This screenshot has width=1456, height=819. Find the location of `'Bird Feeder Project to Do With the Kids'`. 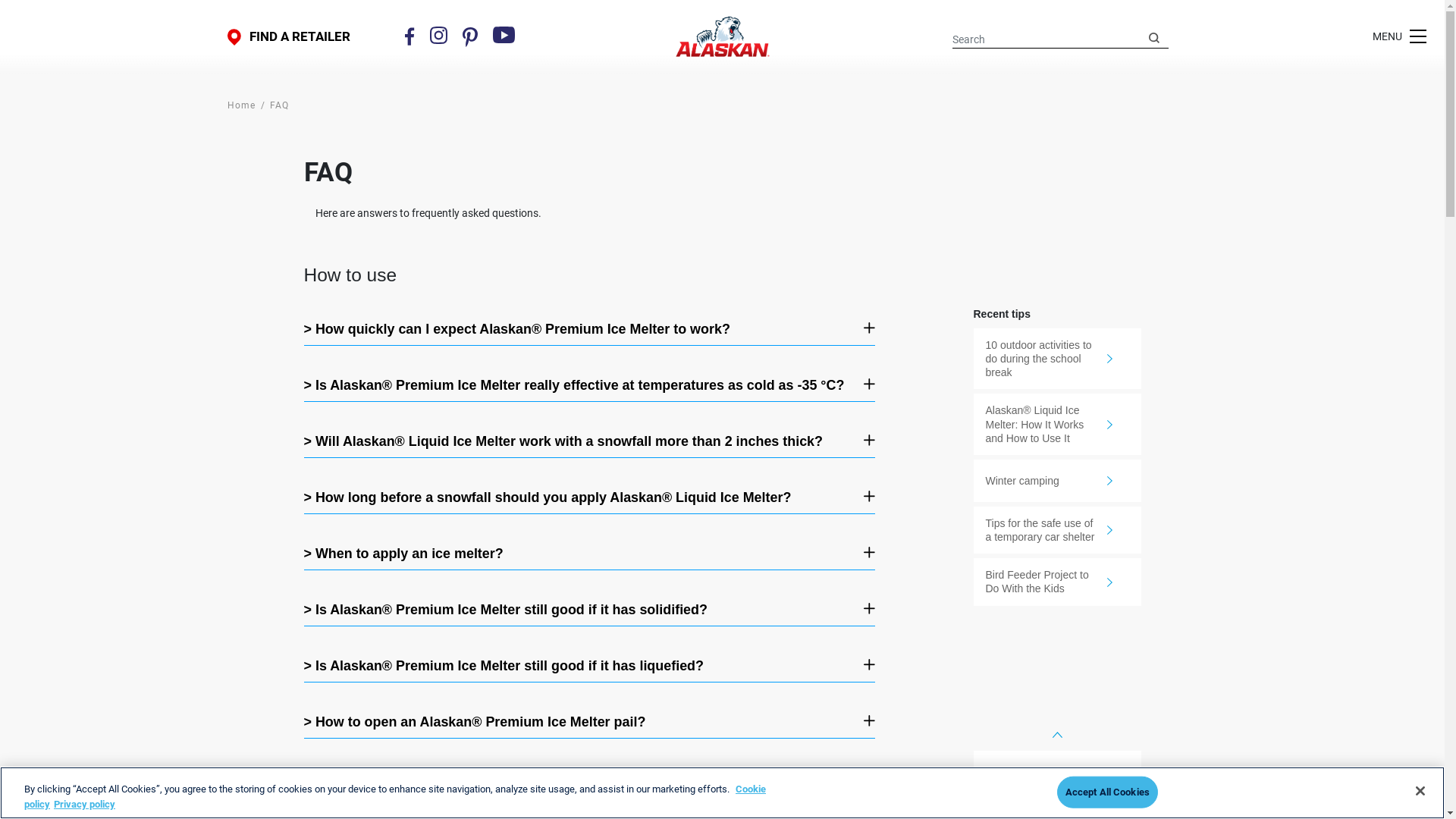

'Bird Feeder Project to Do With the Kids' is located at coordinates (973, 581).